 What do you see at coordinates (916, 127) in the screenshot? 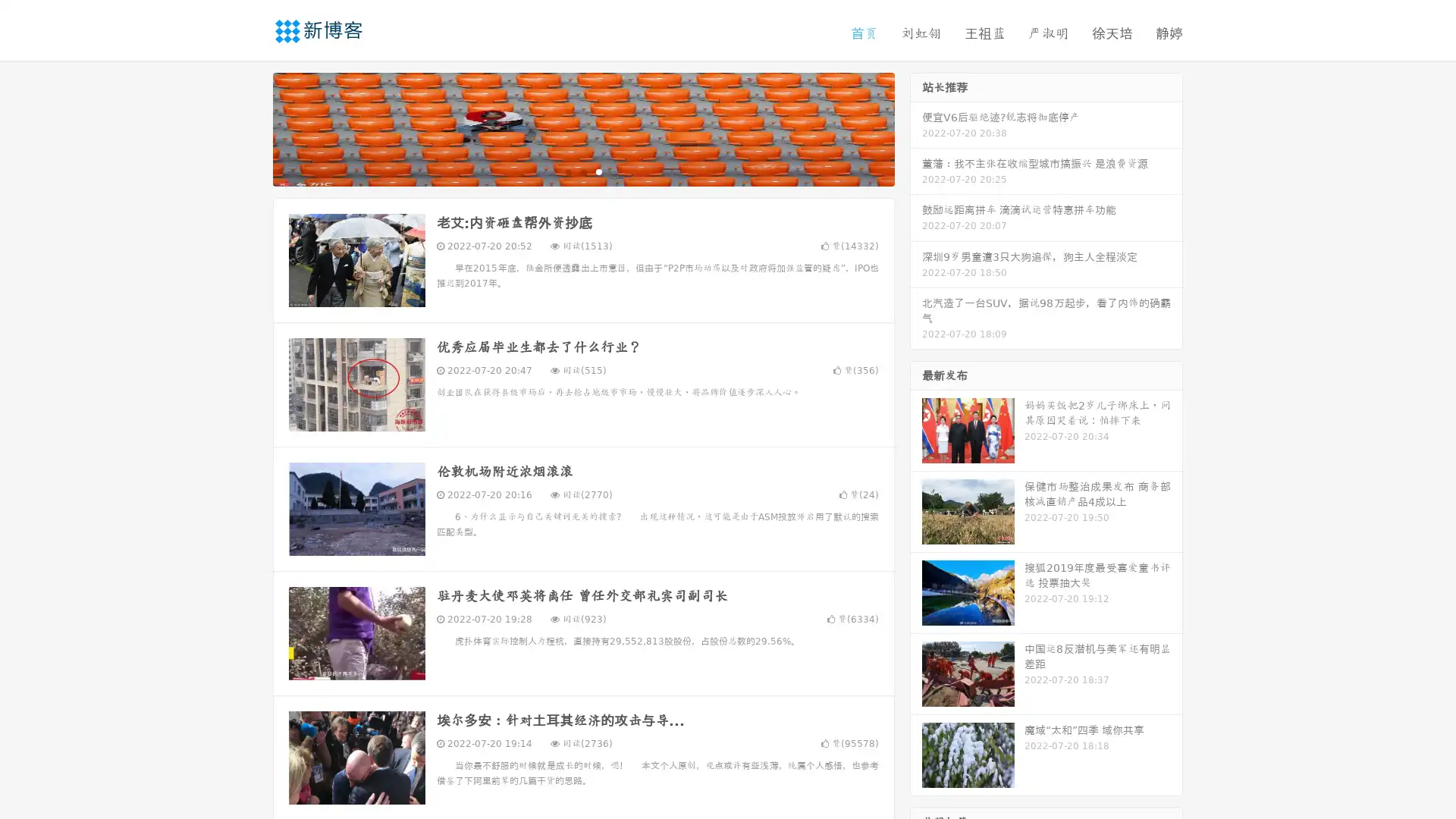
I see `Next slide` at bounding box center [916, 127].